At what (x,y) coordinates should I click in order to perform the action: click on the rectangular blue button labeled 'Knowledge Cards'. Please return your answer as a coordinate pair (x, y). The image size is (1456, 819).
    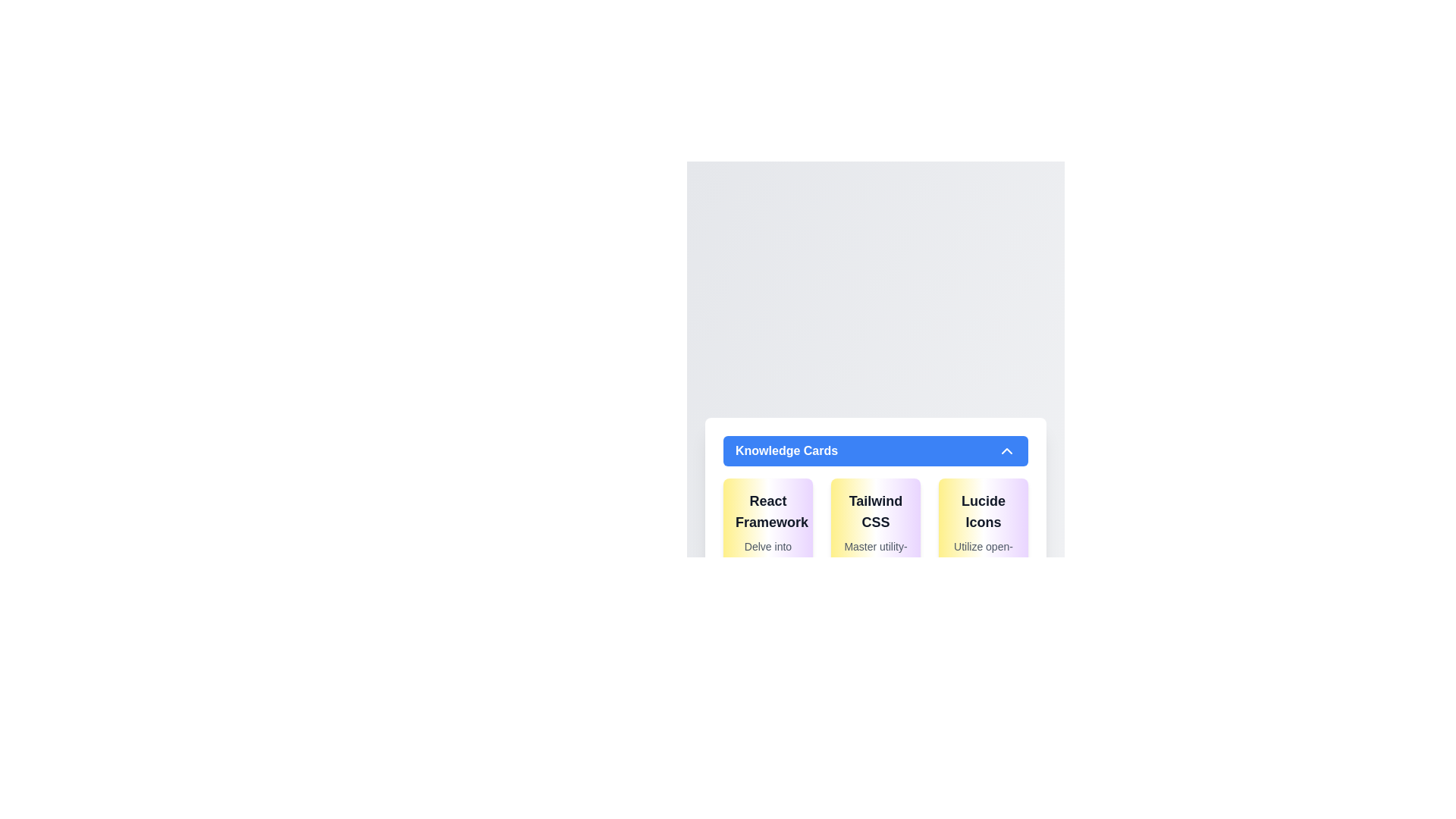
    Looking at the image, I should click on (876, 450).